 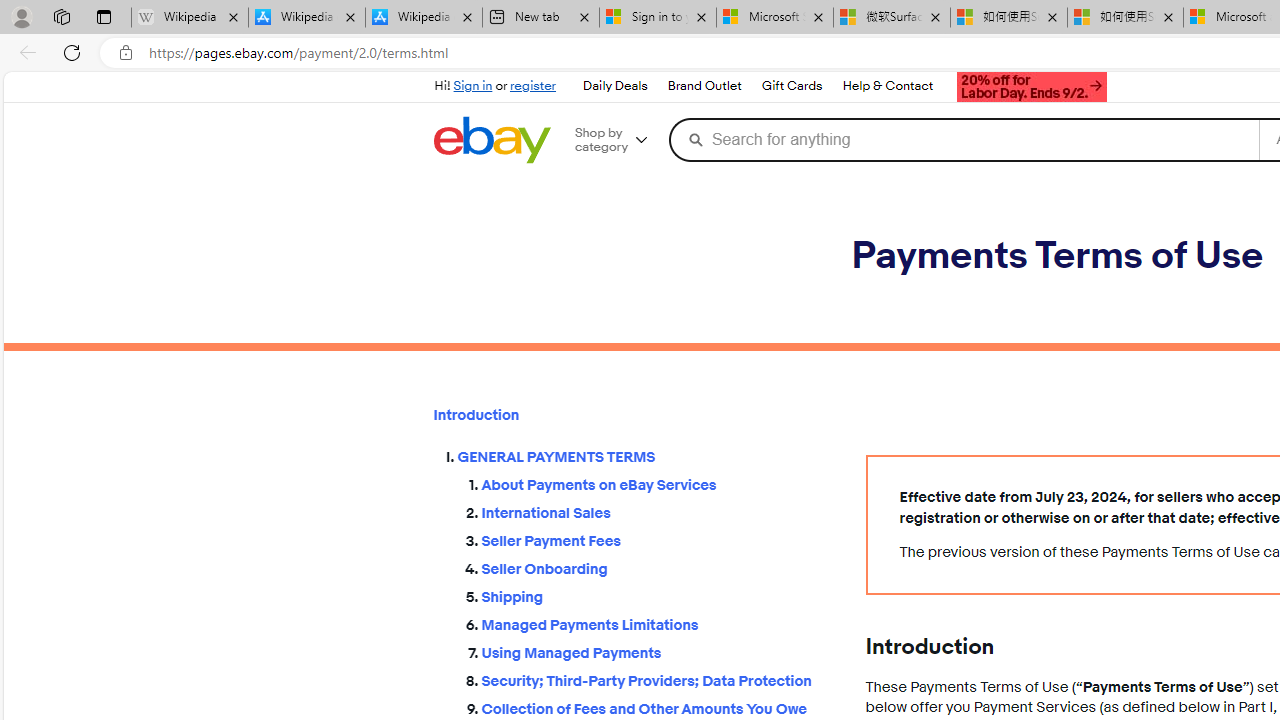 I want to click on 'Help & Contact', so click(x=886, y=85).